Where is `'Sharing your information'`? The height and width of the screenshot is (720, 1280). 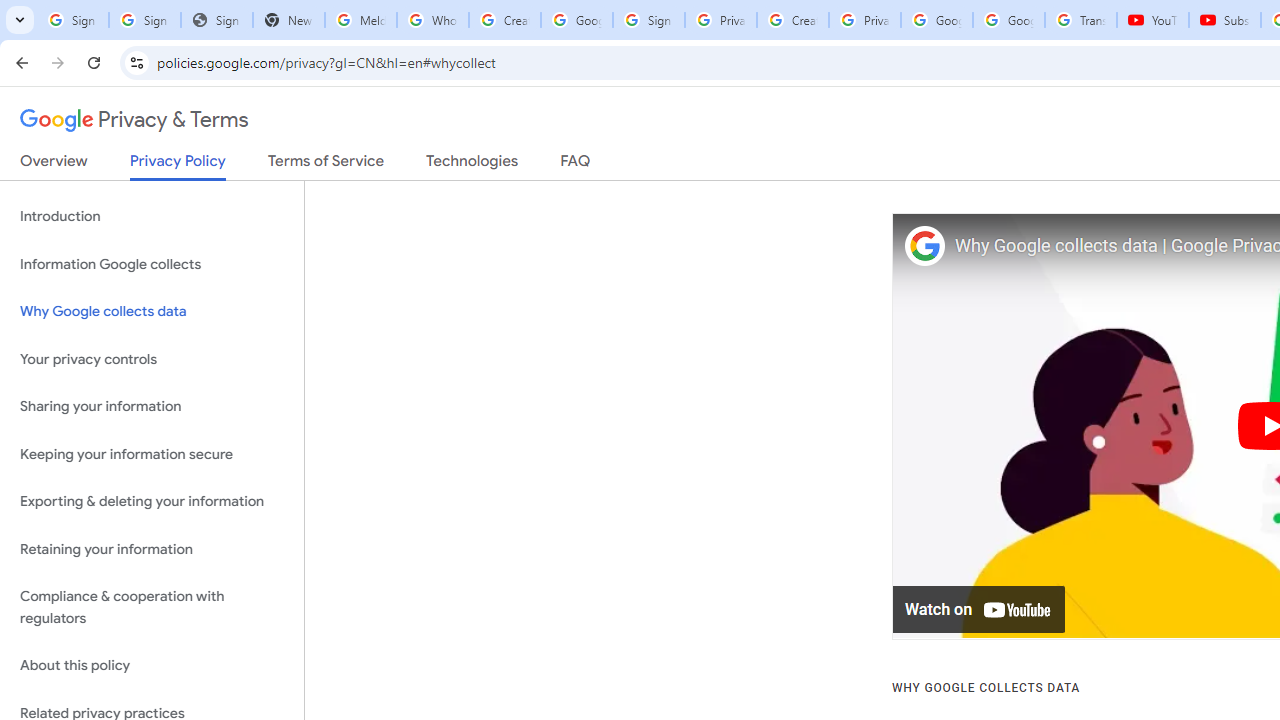
'Sharing your information' is located at coordinates (151, 406).